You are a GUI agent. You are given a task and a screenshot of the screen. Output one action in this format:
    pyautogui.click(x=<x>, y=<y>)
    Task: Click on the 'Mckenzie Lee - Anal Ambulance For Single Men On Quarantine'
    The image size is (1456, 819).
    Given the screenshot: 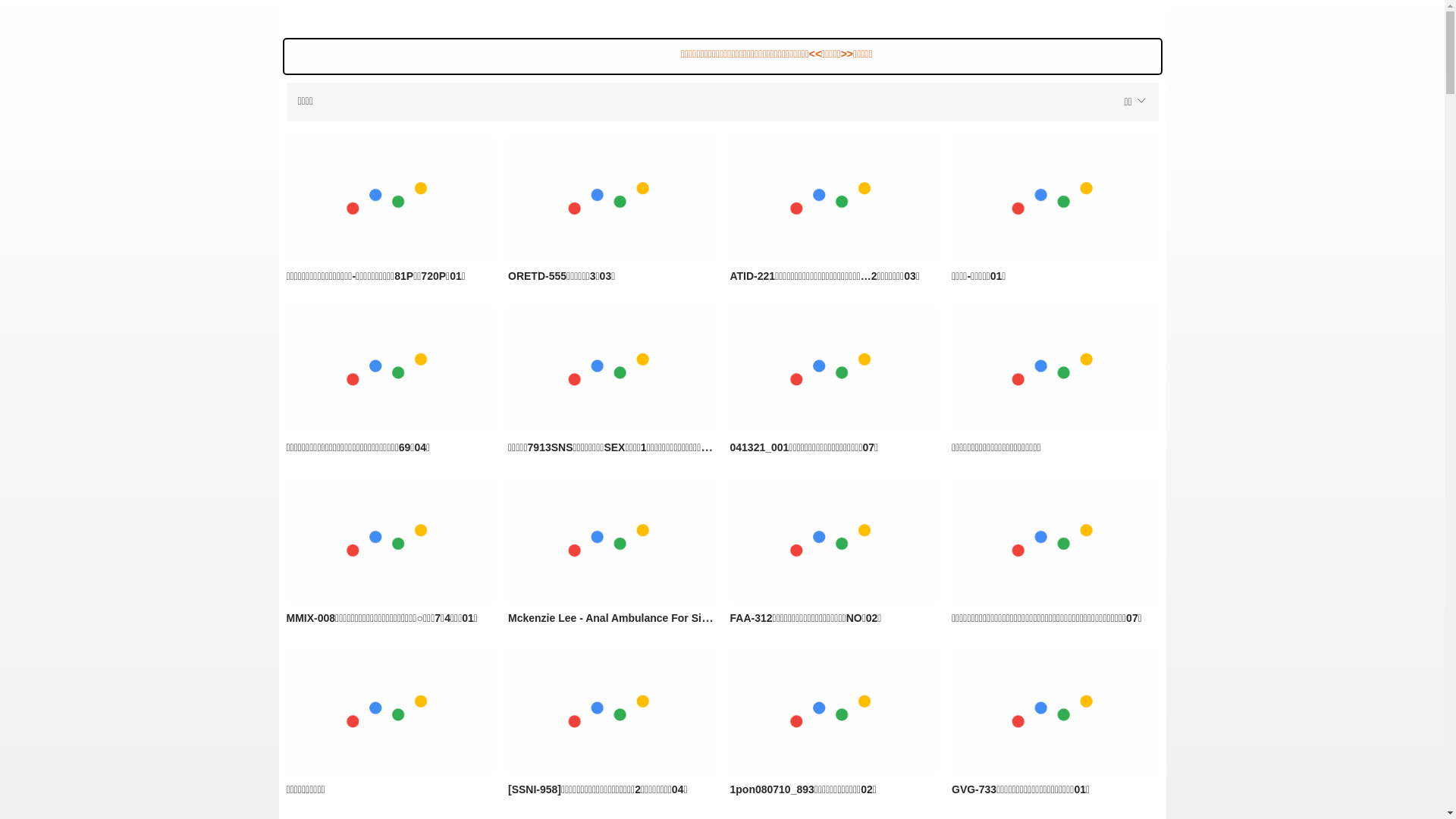 What is the action you would take?
    pyautogui.click(x=611, y=540)
    